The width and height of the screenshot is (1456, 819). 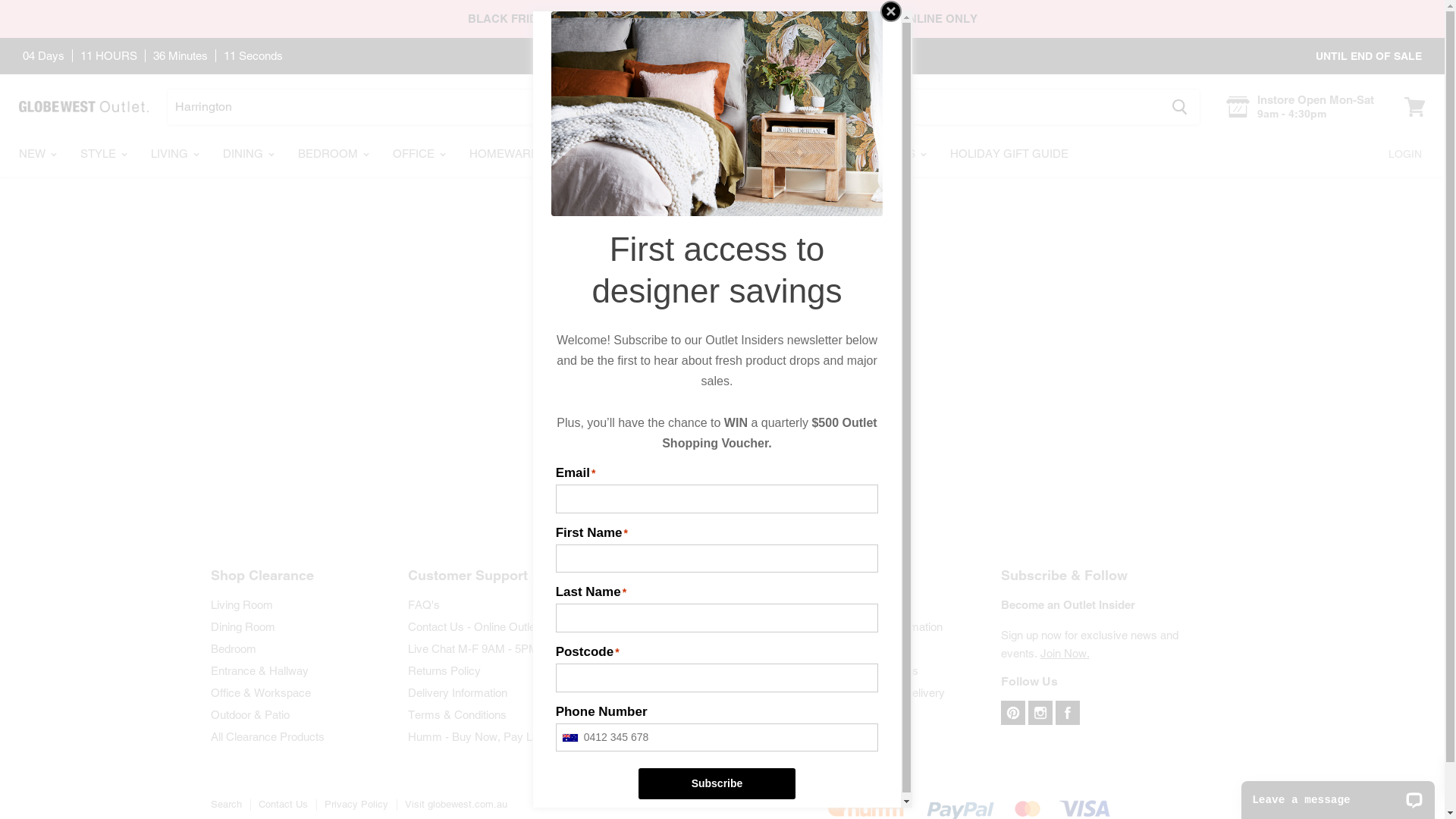 I want to click on 'Delivery Information', so click(x=457, y=692).